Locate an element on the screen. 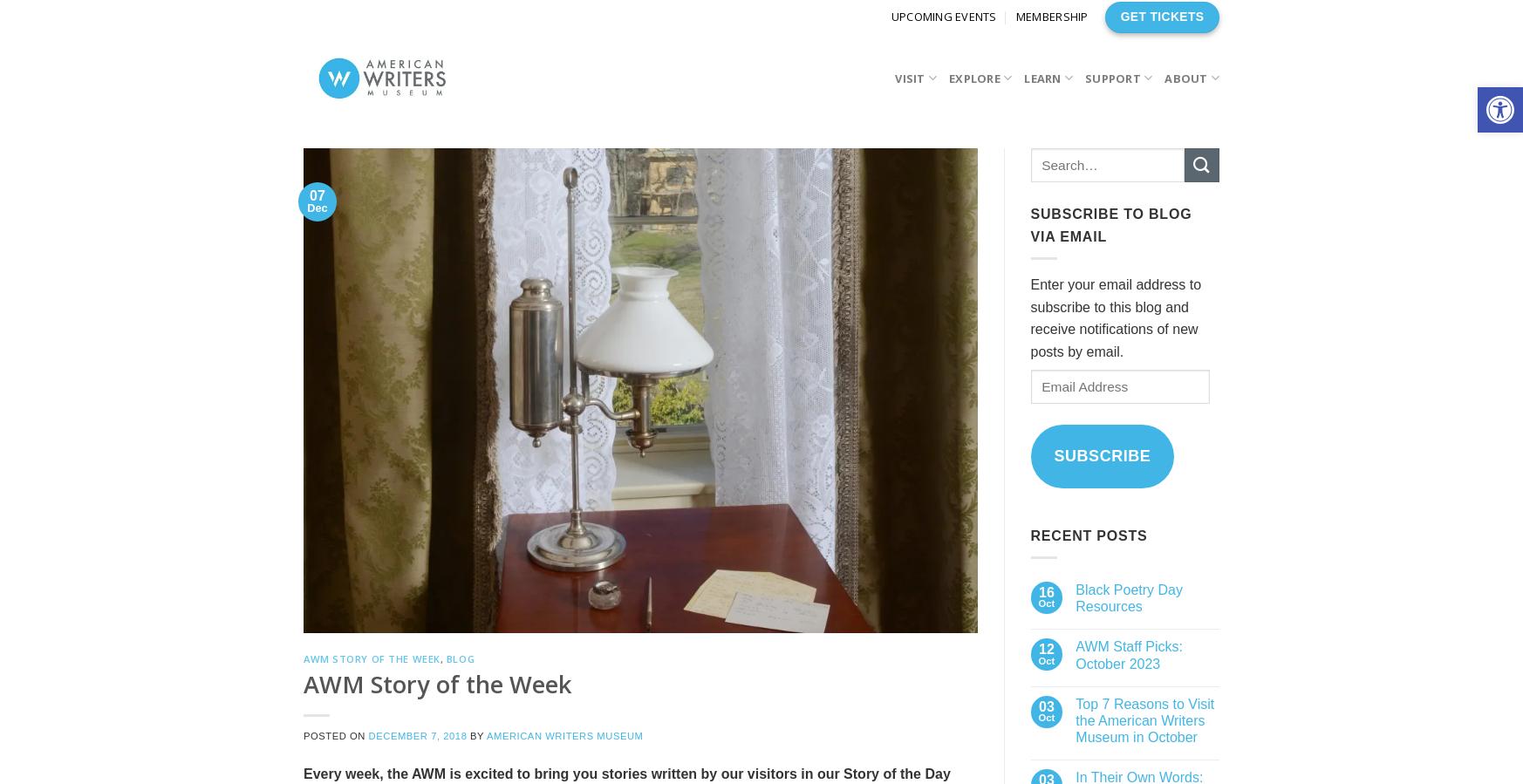  'American Writers Museum' is located at coordinates (564, 734).